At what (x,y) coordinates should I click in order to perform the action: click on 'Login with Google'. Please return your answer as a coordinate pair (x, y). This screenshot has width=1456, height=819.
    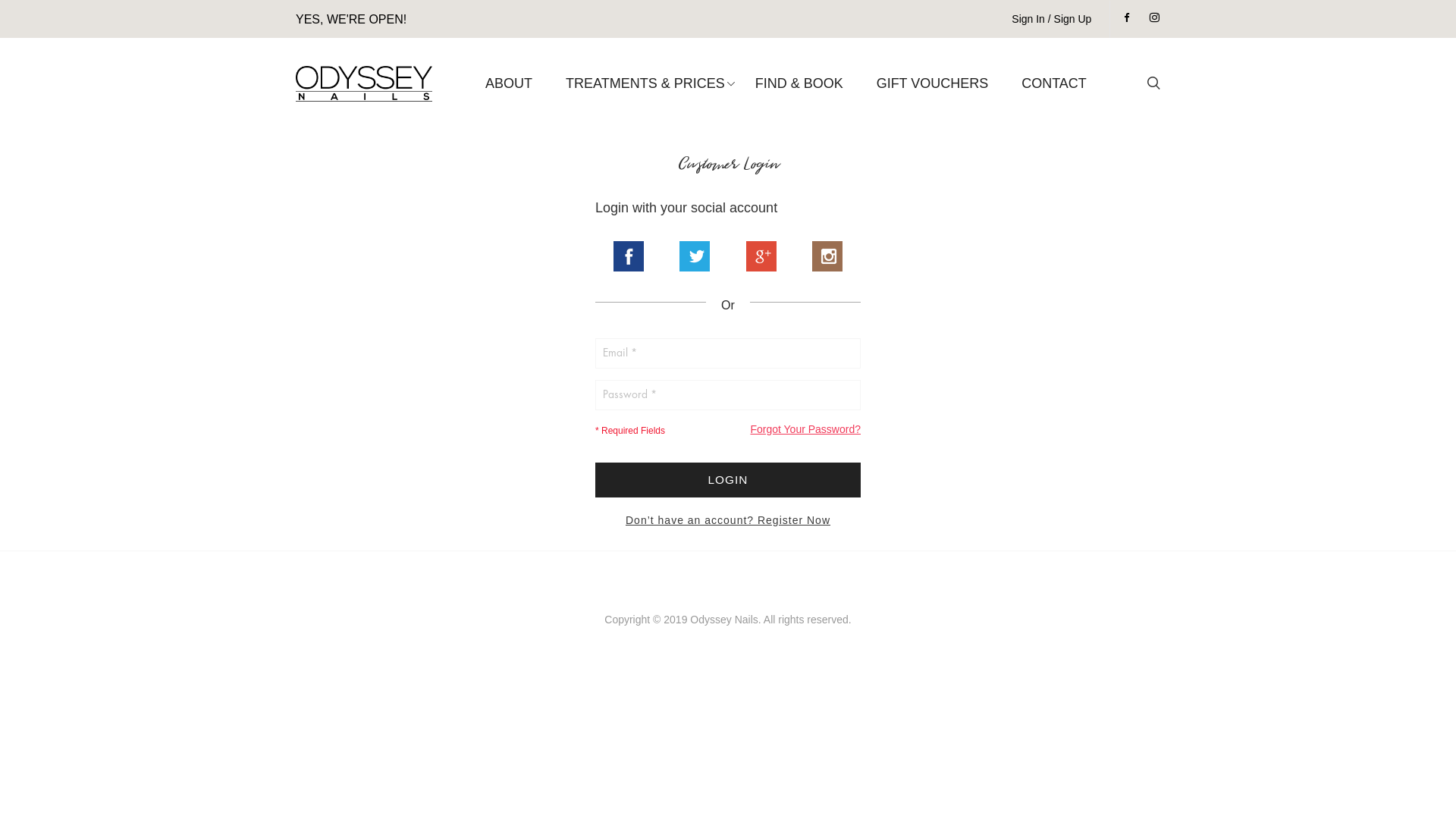
    Looking at the image, I should click on (761, 256).